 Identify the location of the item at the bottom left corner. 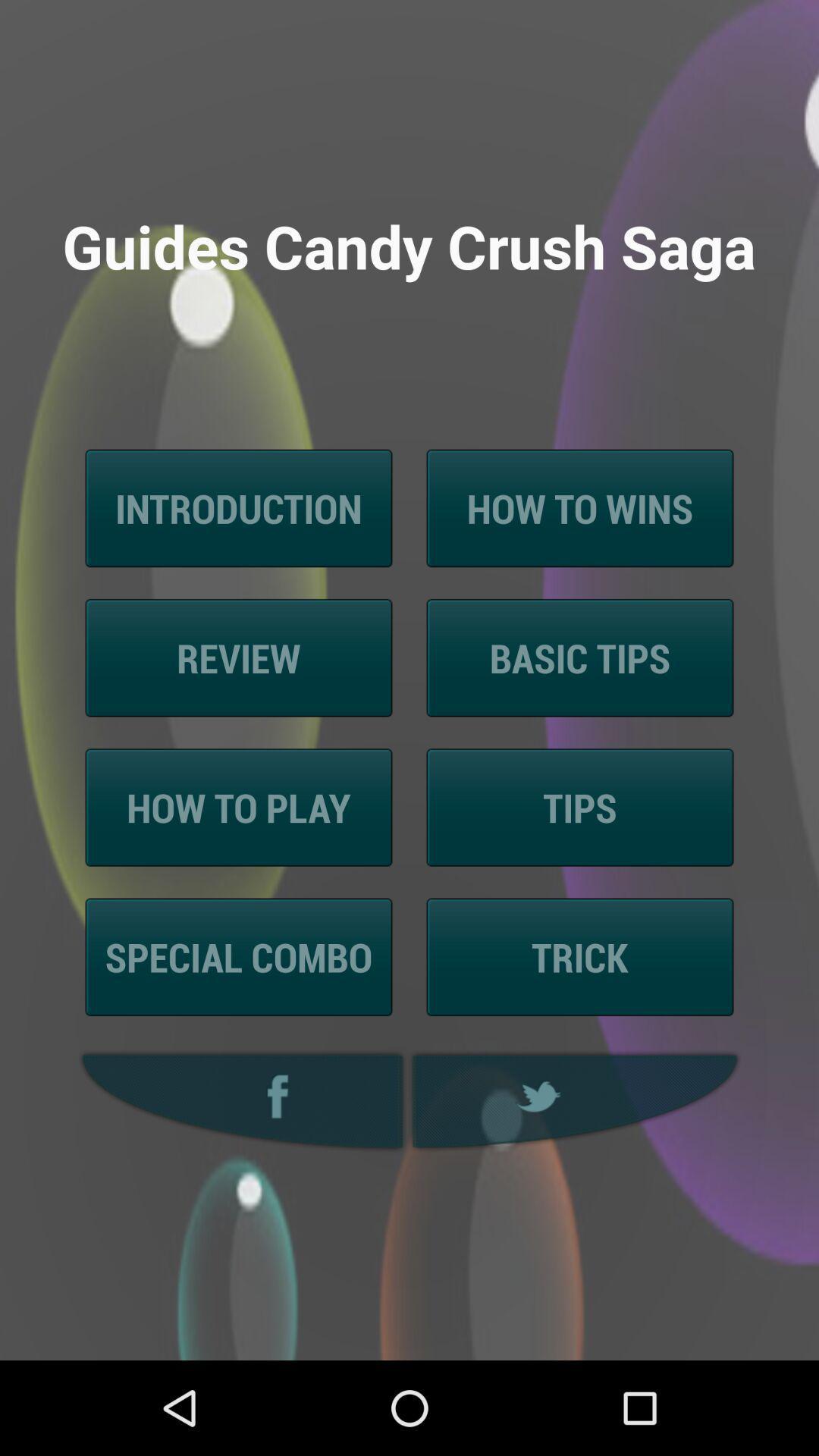
(238, 1101).